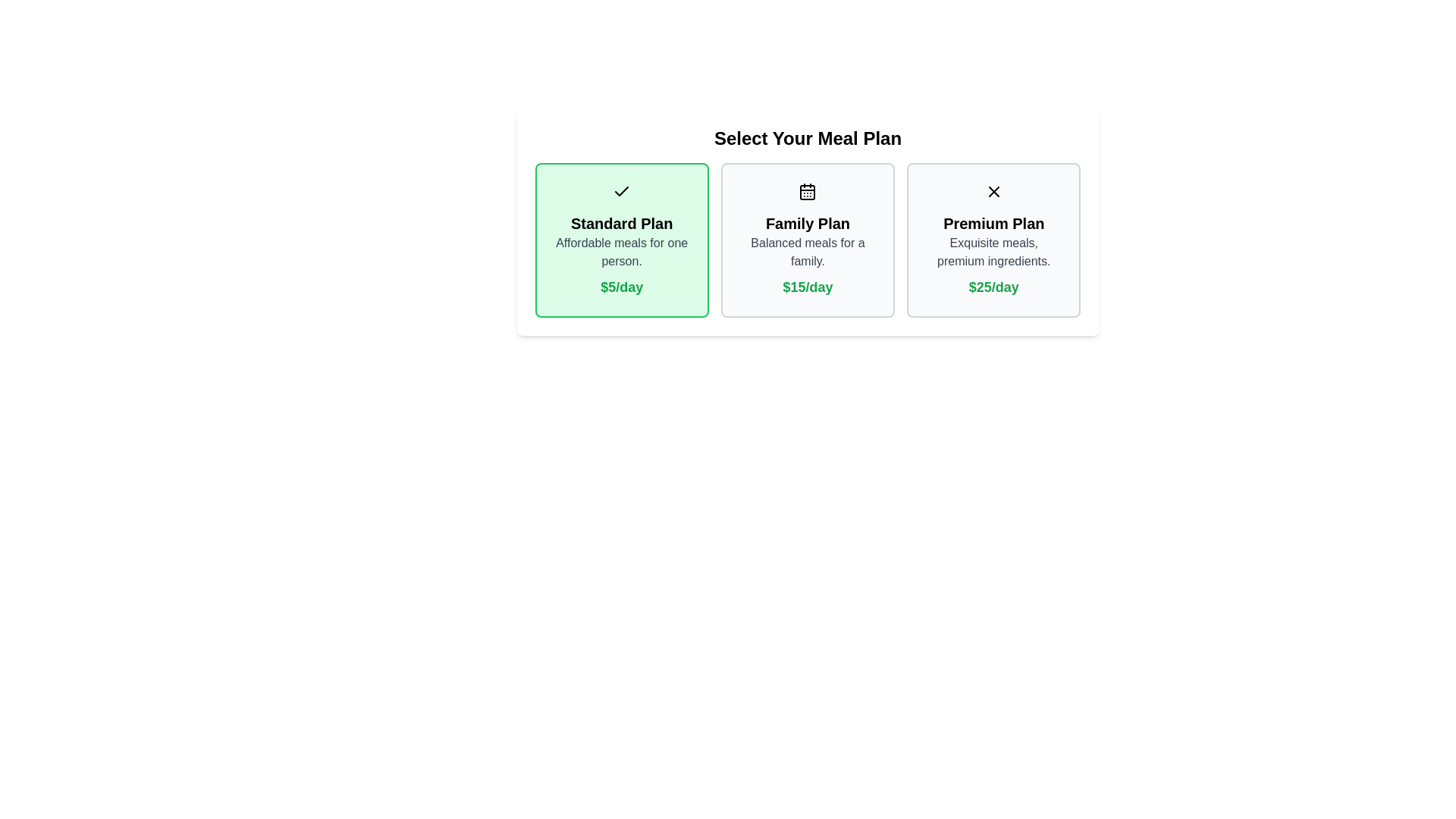  Describe the element at coordinates (993, 251) in the screenshot. I see `the descriptive text block that summarizes the features of the premium plan, located in the third column of meal plan cards, below the 'Premium Plan' heading and above the '$25/day' price text` at that location.